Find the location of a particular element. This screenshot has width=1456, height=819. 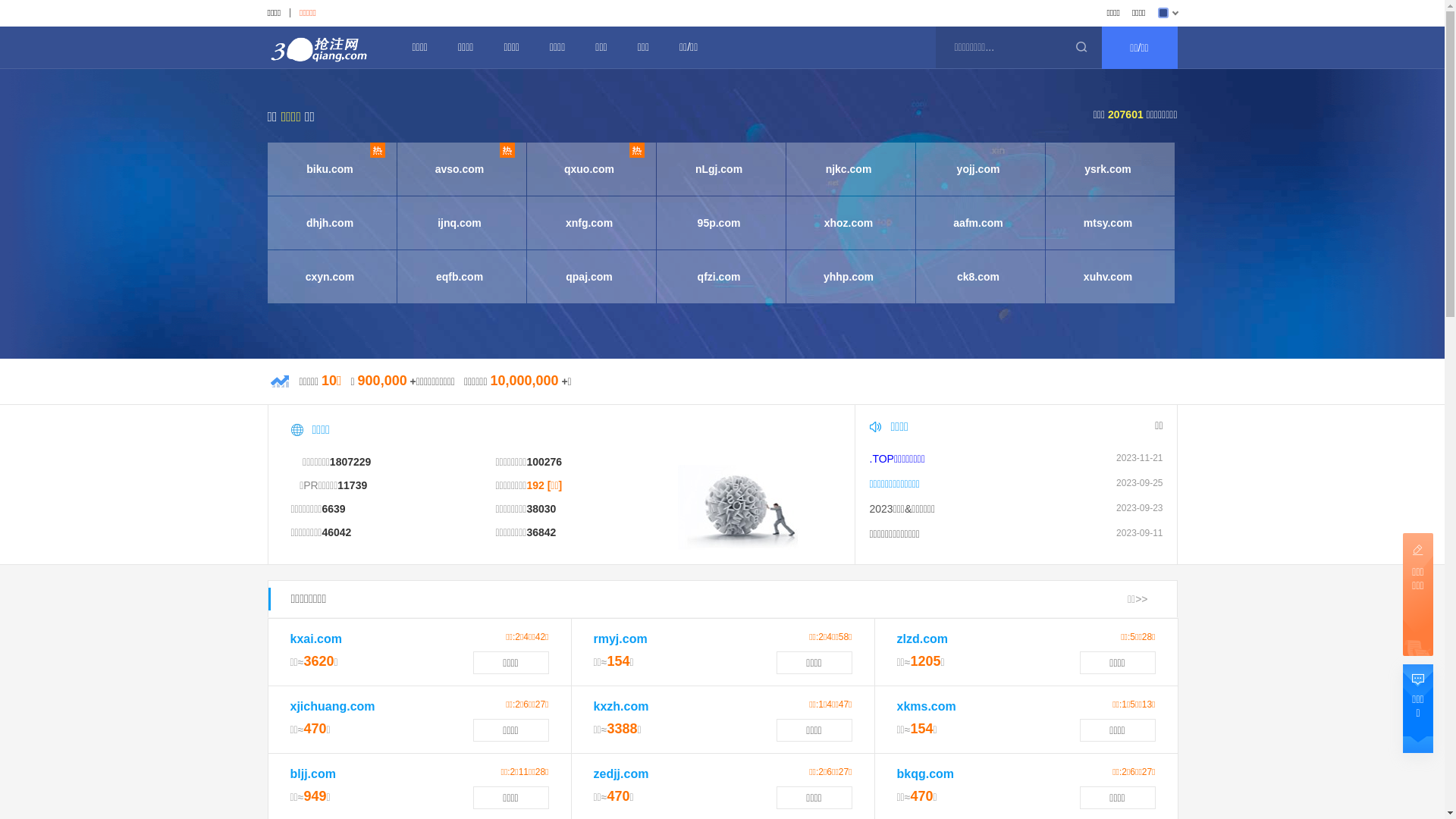

'cxyn.com' is located at coordinates (274, 277).